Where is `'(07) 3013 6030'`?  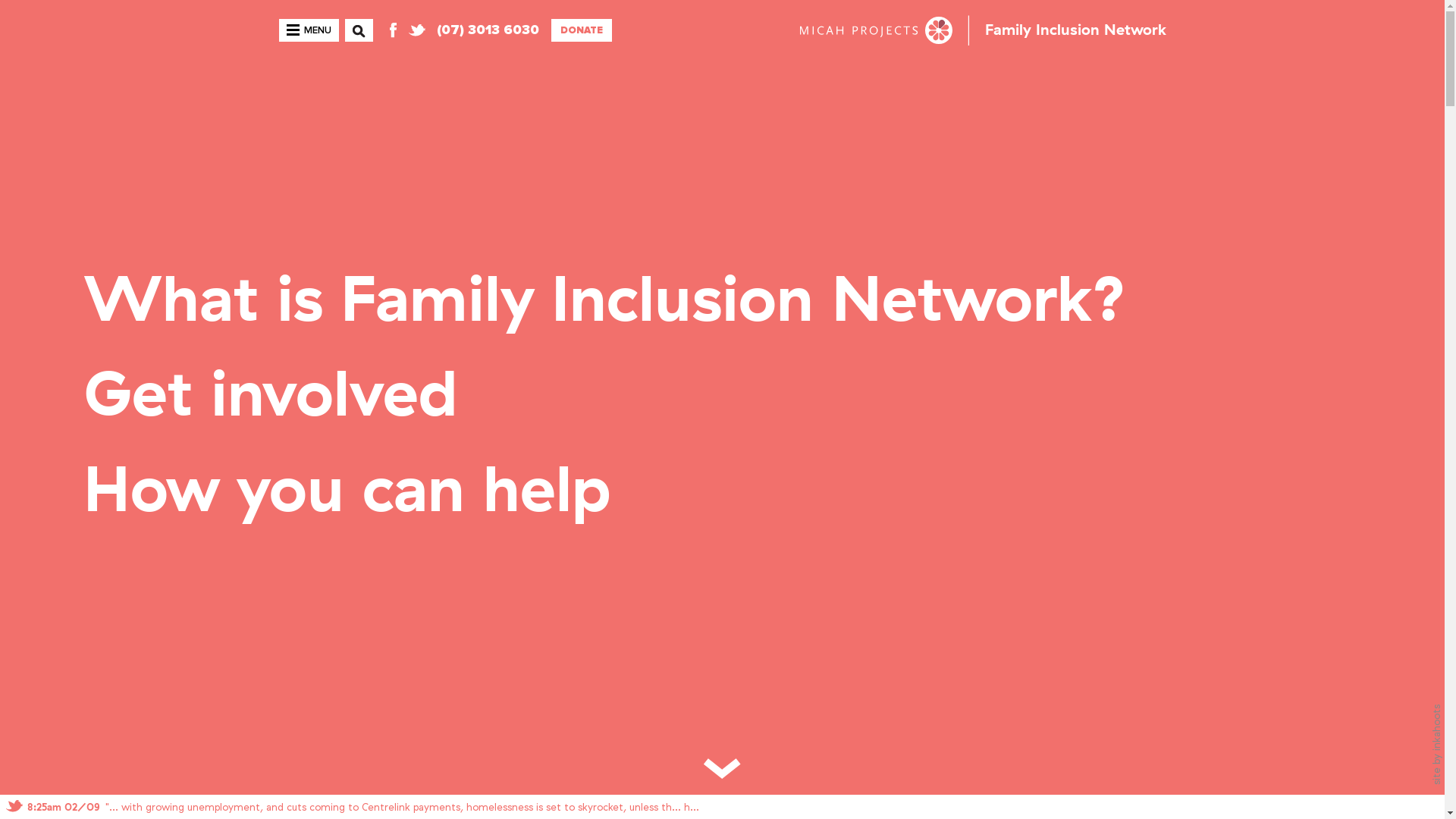 '(07) 3013 6030' is located at coordinates (488, 30).